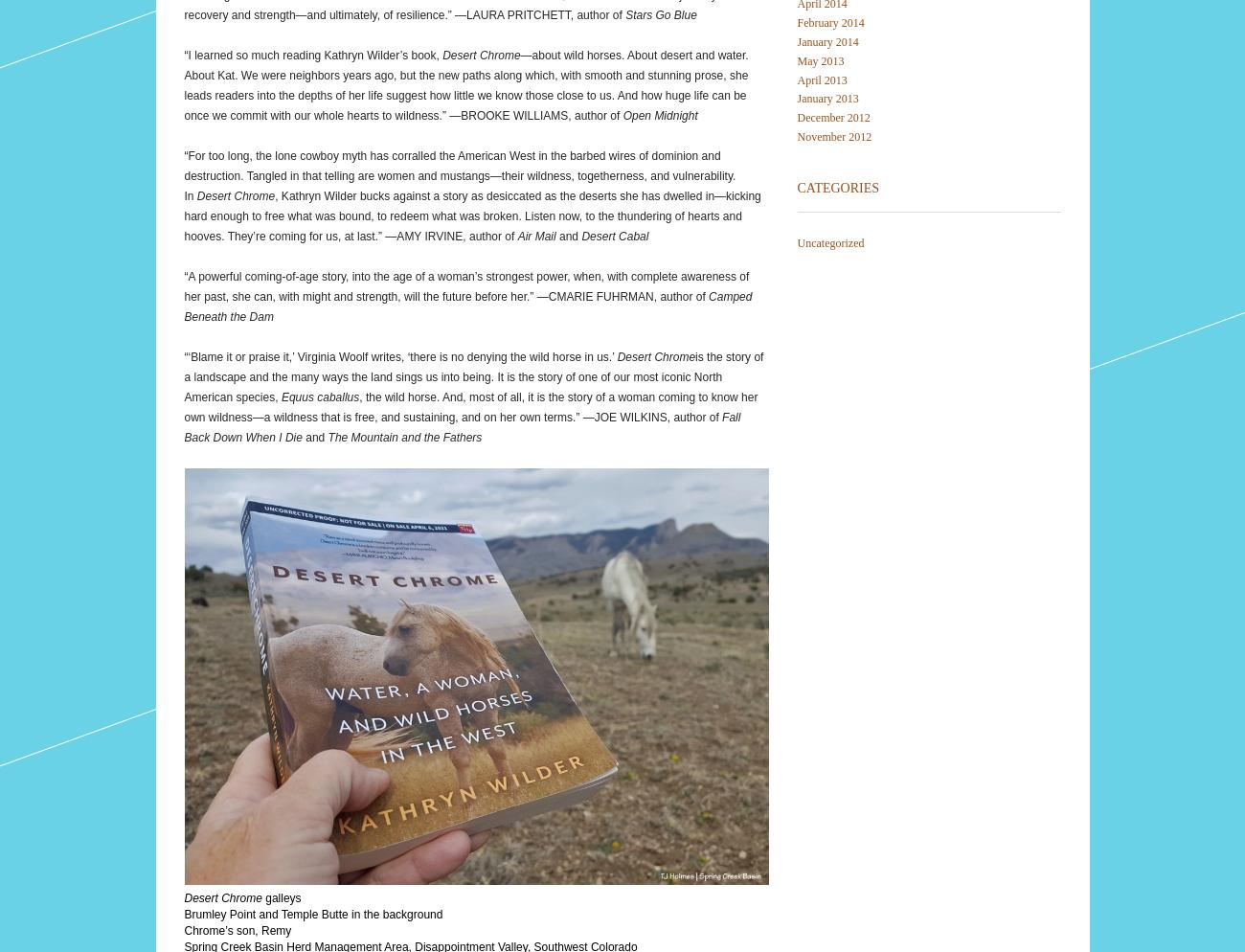 The width and height of the screenshot is (1245, 952). I want to click on 'CMARIE FUHRMAN,', so click(601, 296).